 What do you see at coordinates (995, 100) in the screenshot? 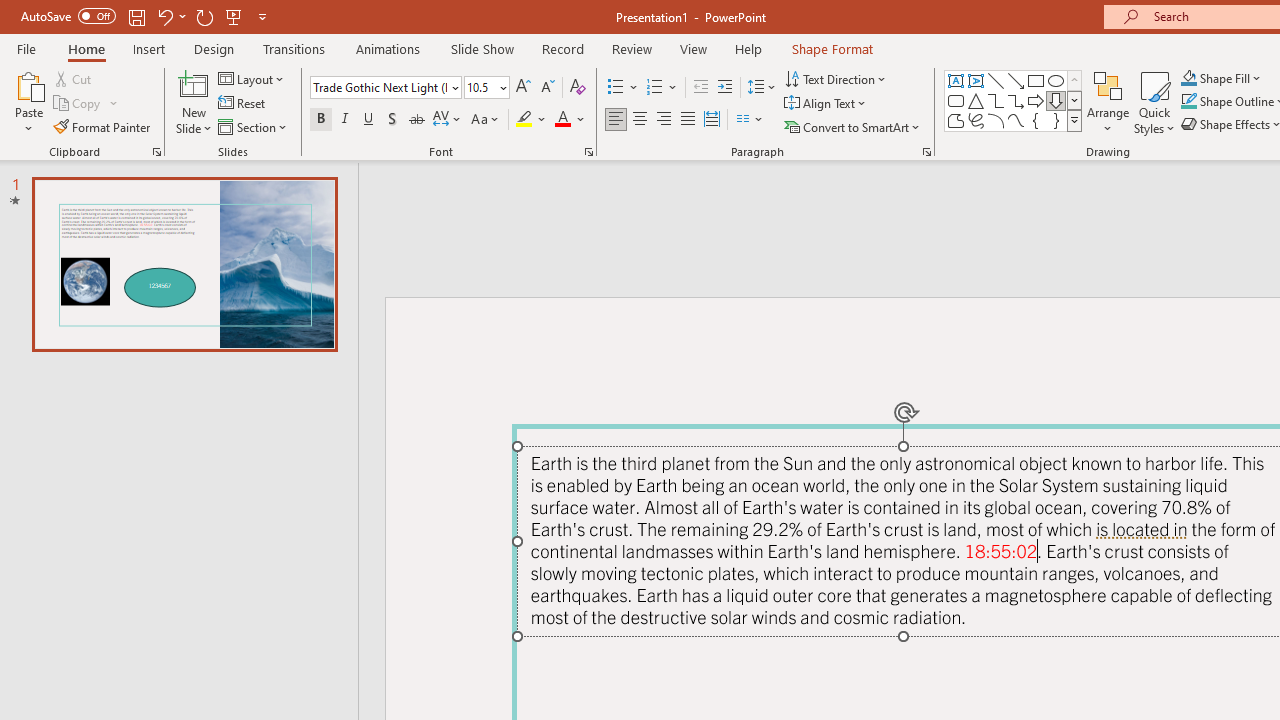
I see `'Connector: Elbow'` at bounding box center [995, 100].